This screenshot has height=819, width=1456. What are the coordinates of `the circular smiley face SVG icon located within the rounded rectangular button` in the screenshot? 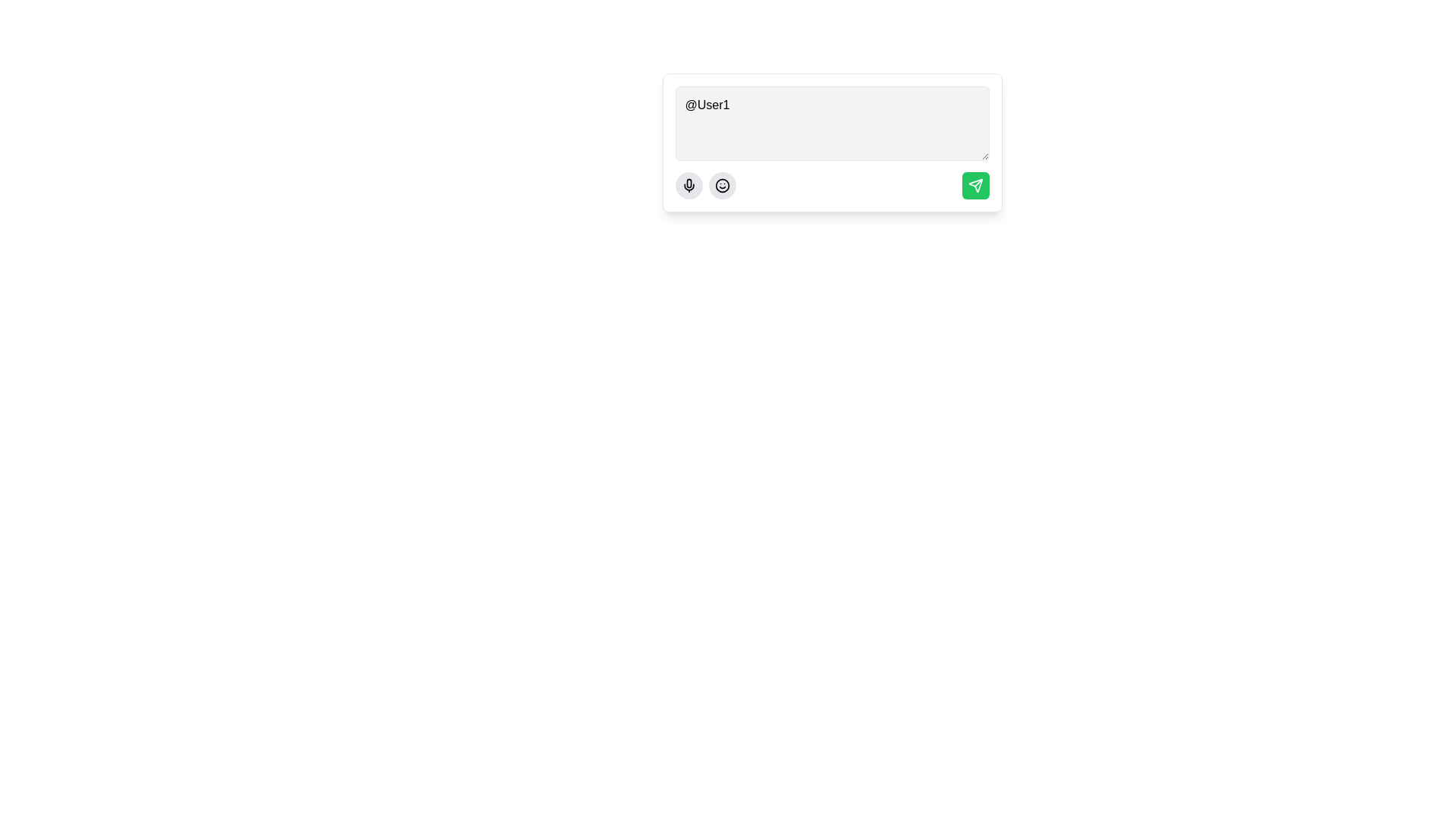 It's located at (721, 185).